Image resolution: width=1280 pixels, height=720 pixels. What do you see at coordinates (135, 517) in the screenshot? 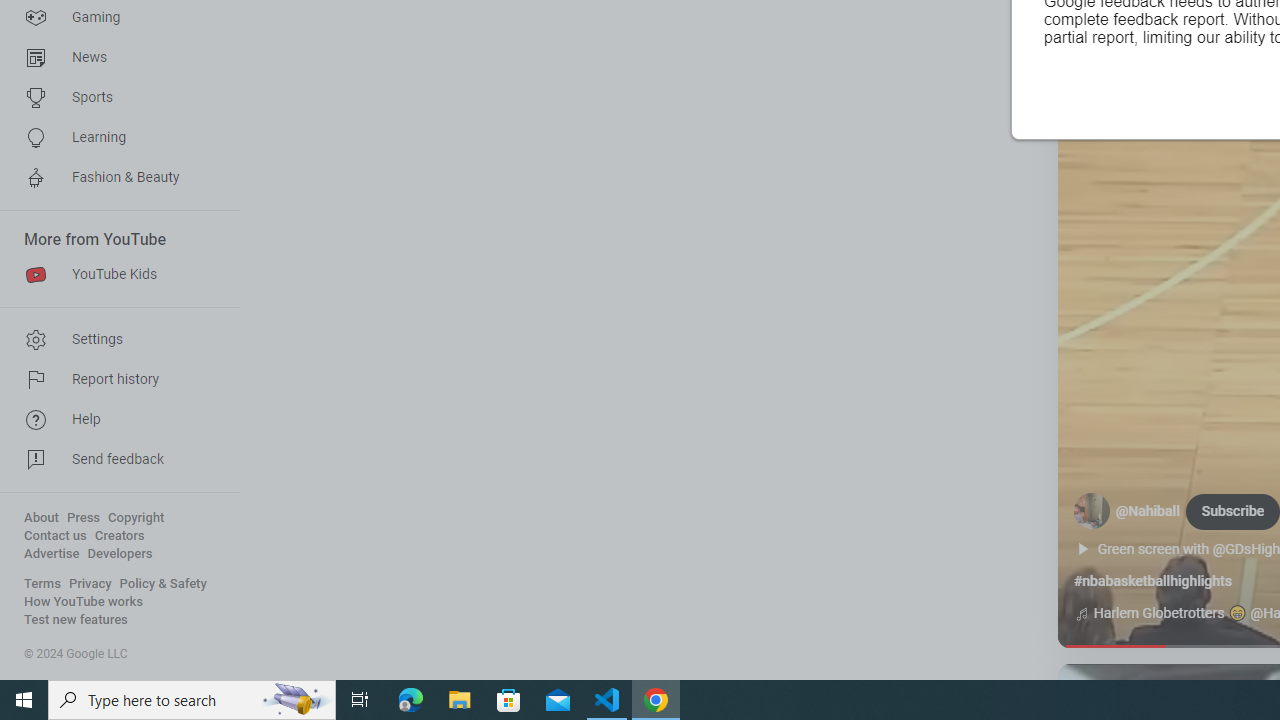
I see `'Copyright'` at bounding box center [135, 517].